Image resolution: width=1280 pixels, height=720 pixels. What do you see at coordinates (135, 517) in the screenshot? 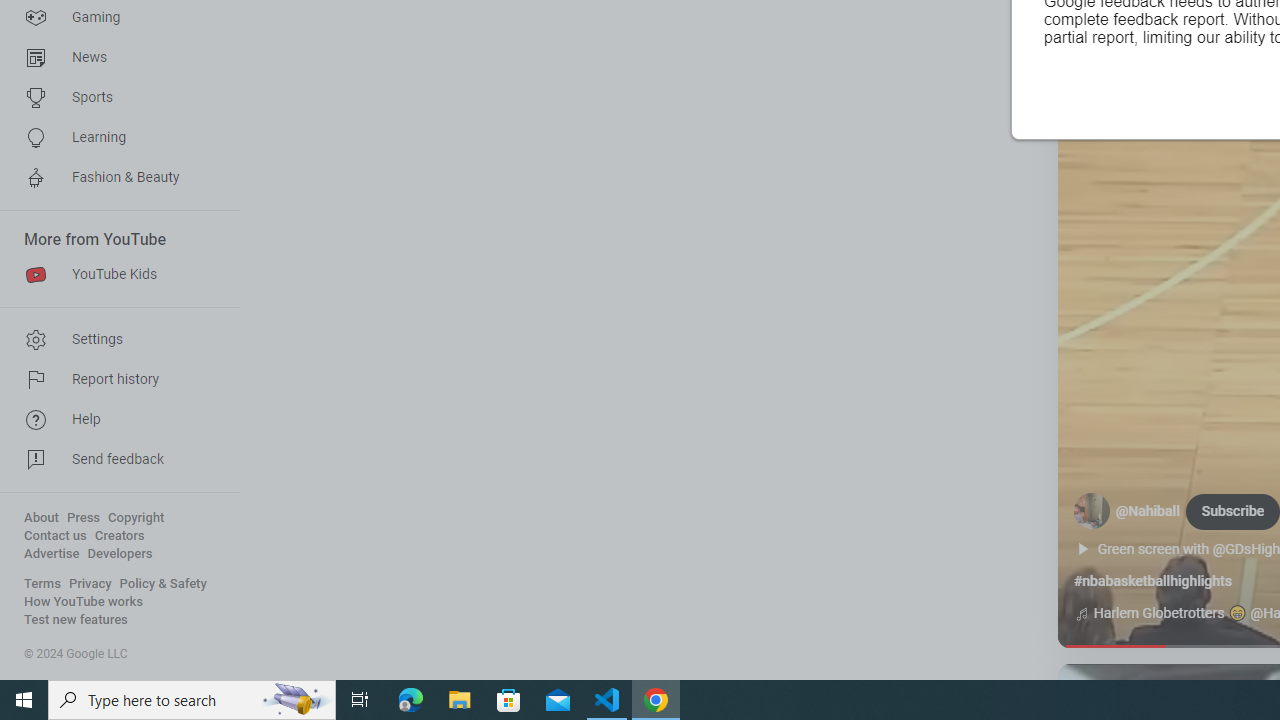
I see `'Copyright'` at bounding box center [135, 517].